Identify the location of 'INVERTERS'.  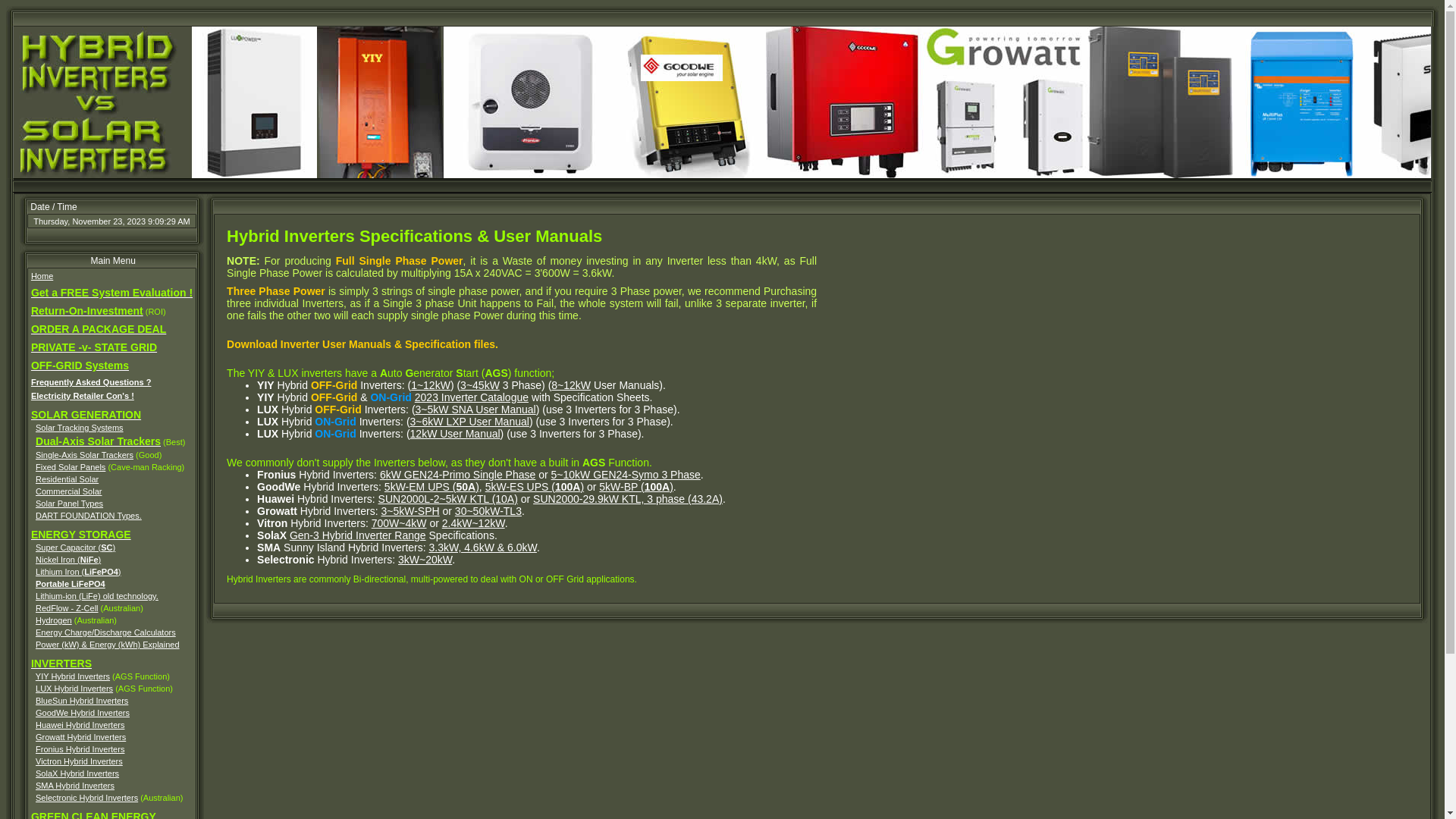
(61, 663).